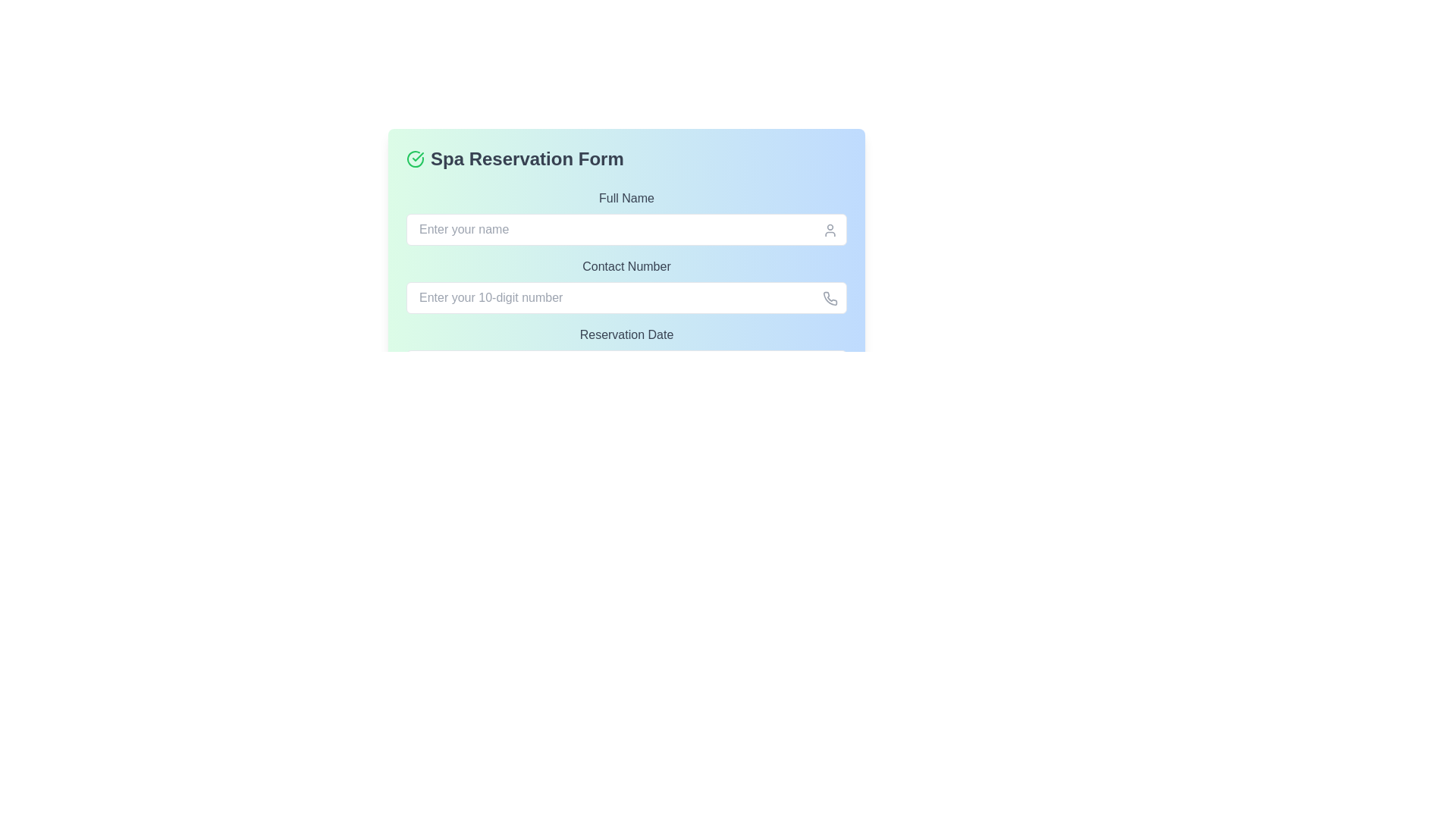  I want to click on the checkmark segment of the green icon located to the left of the 'Spa Reservation Form' text, so click(418, 157).